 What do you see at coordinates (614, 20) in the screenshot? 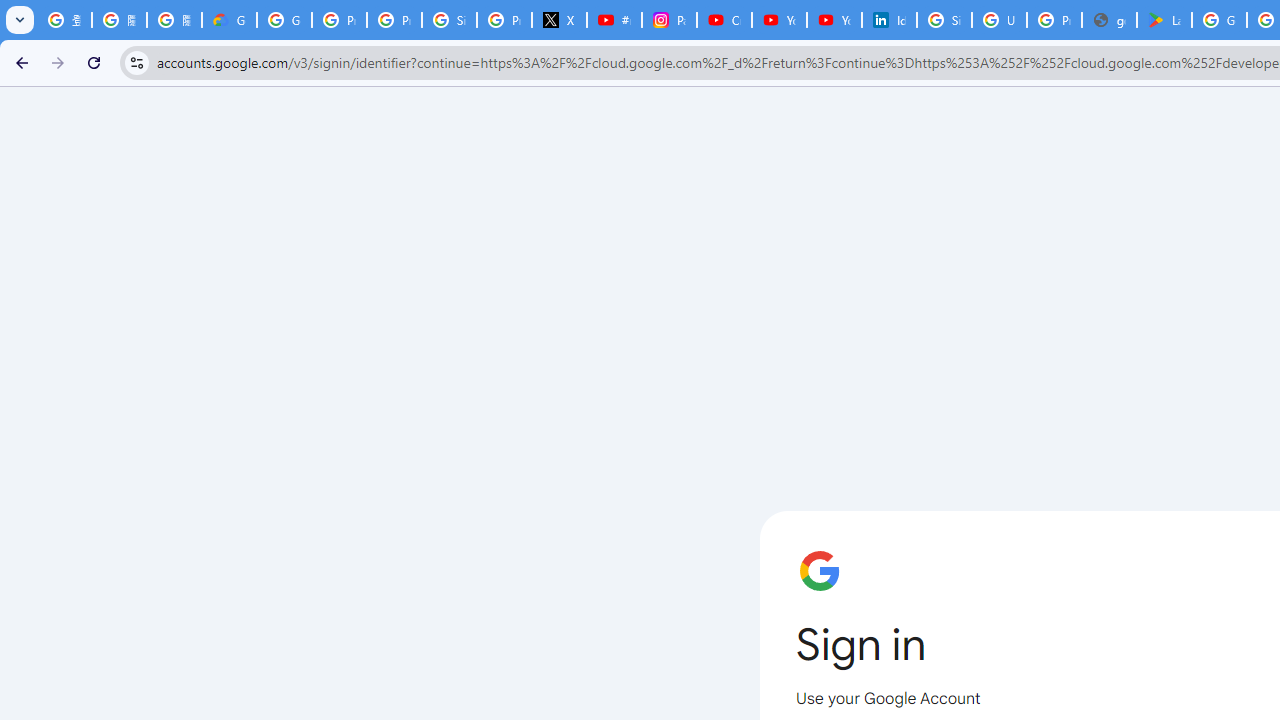
I see `'#nbabasketballhighlights - YouTube'` at bounding box center [614, 20].